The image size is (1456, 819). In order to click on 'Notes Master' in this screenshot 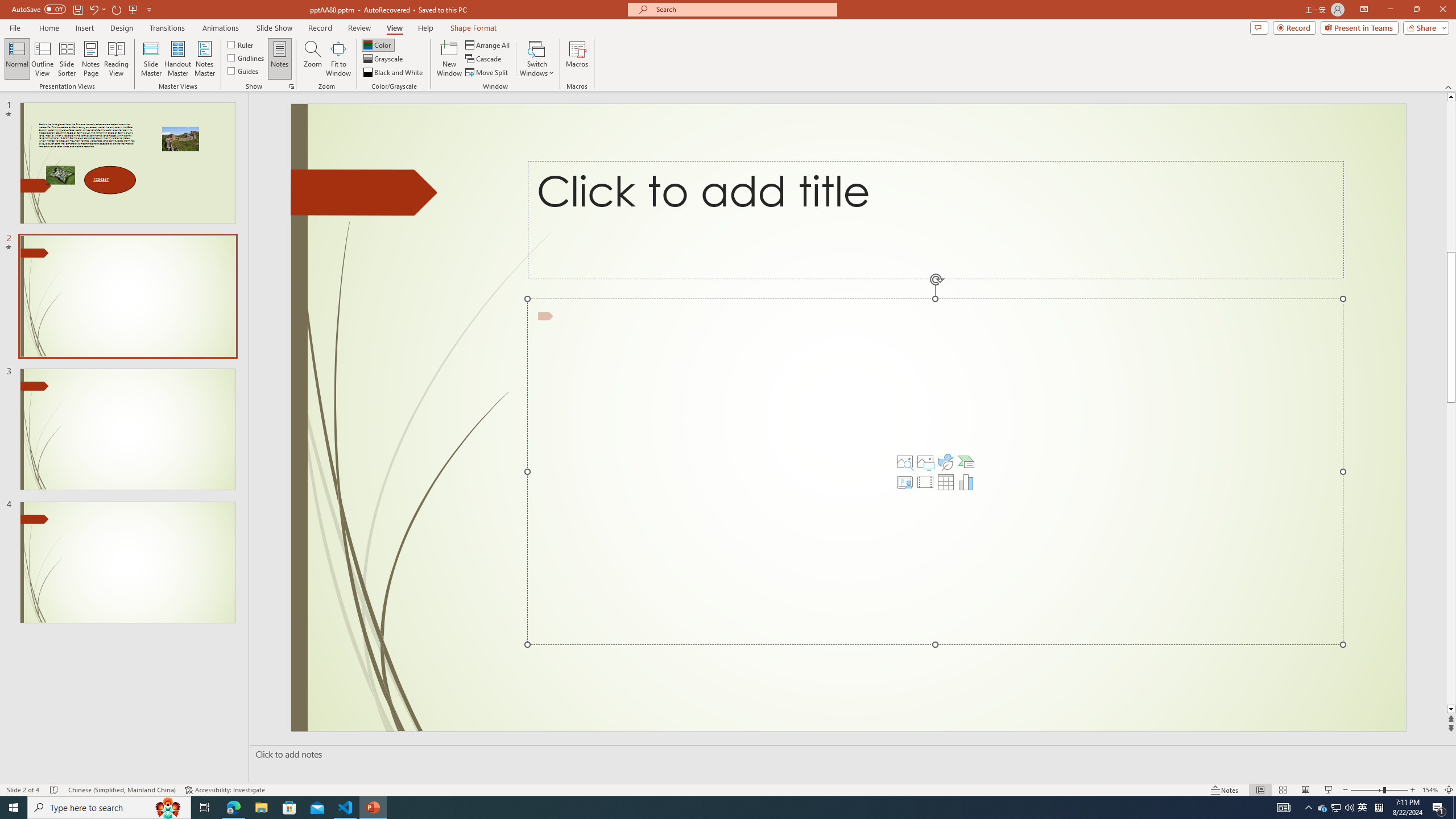, I will do `click(204, 59)`.